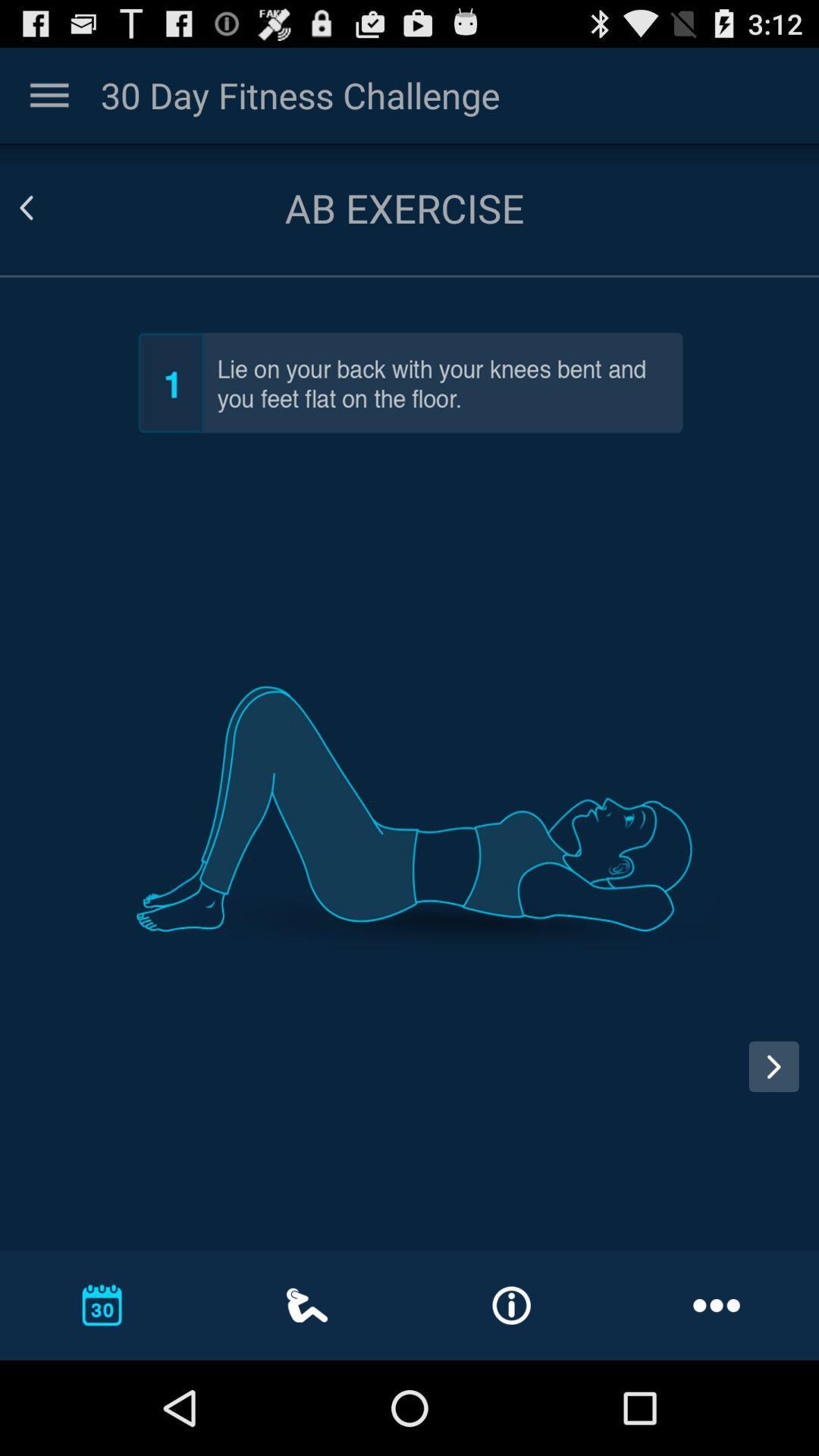  Describe the element at coordinates (773, 1065) in the screenshot. I see `go forward` at that location.